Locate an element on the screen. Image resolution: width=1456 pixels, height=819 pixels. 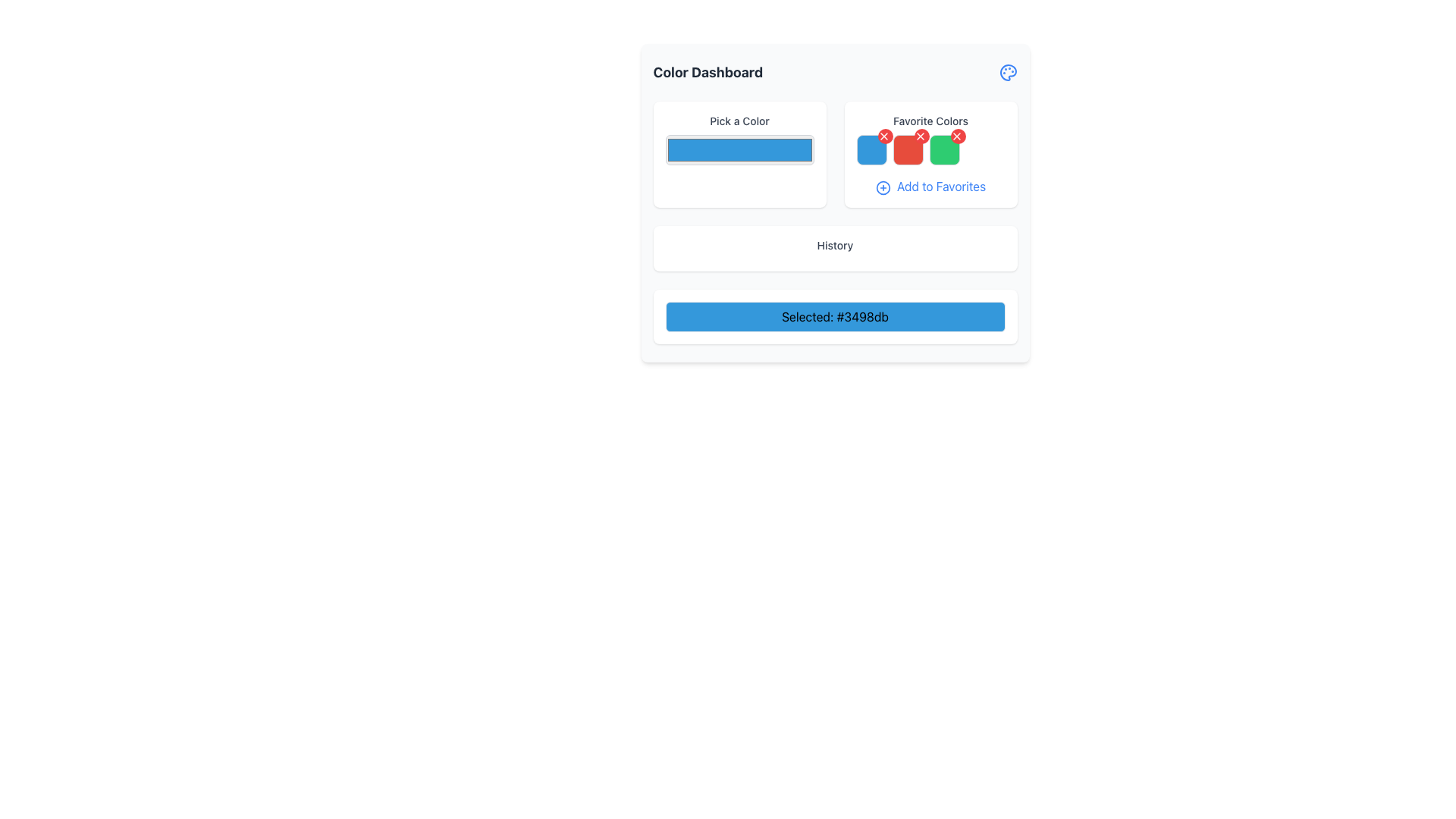
the blue informational display box that shows the text 'Selected: #3498db', which is located below the 'History' box in the 'Color Dashboard' is located at coordinates (834, 315).